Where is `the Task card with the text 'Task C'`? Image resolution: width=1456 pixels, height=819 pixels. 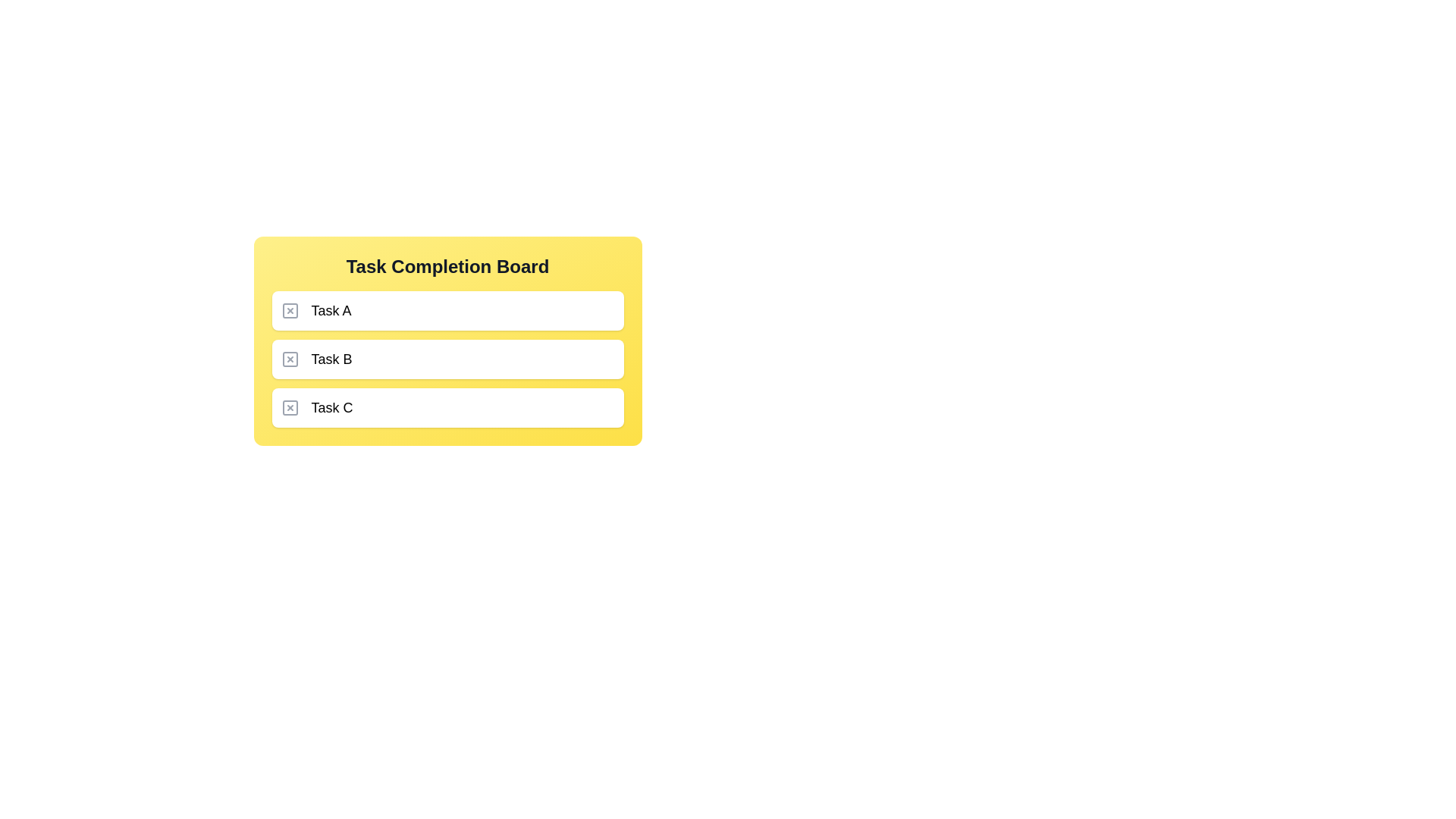 the Task card with the text 'Task C' is located at coordinates (447, 406).